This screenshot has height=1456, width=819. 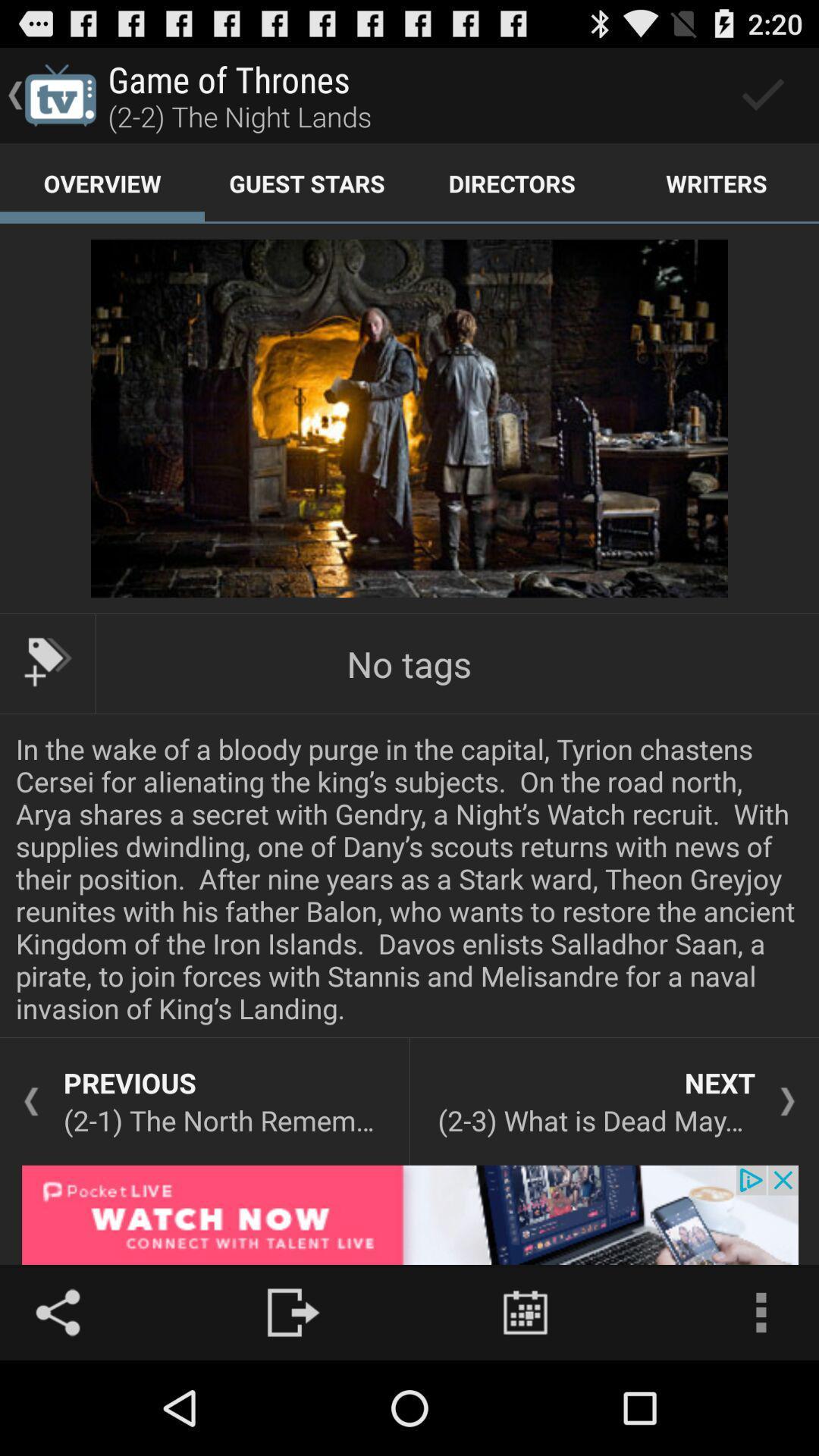 I want to click on open chosen picture, so click(x=409, y=419).